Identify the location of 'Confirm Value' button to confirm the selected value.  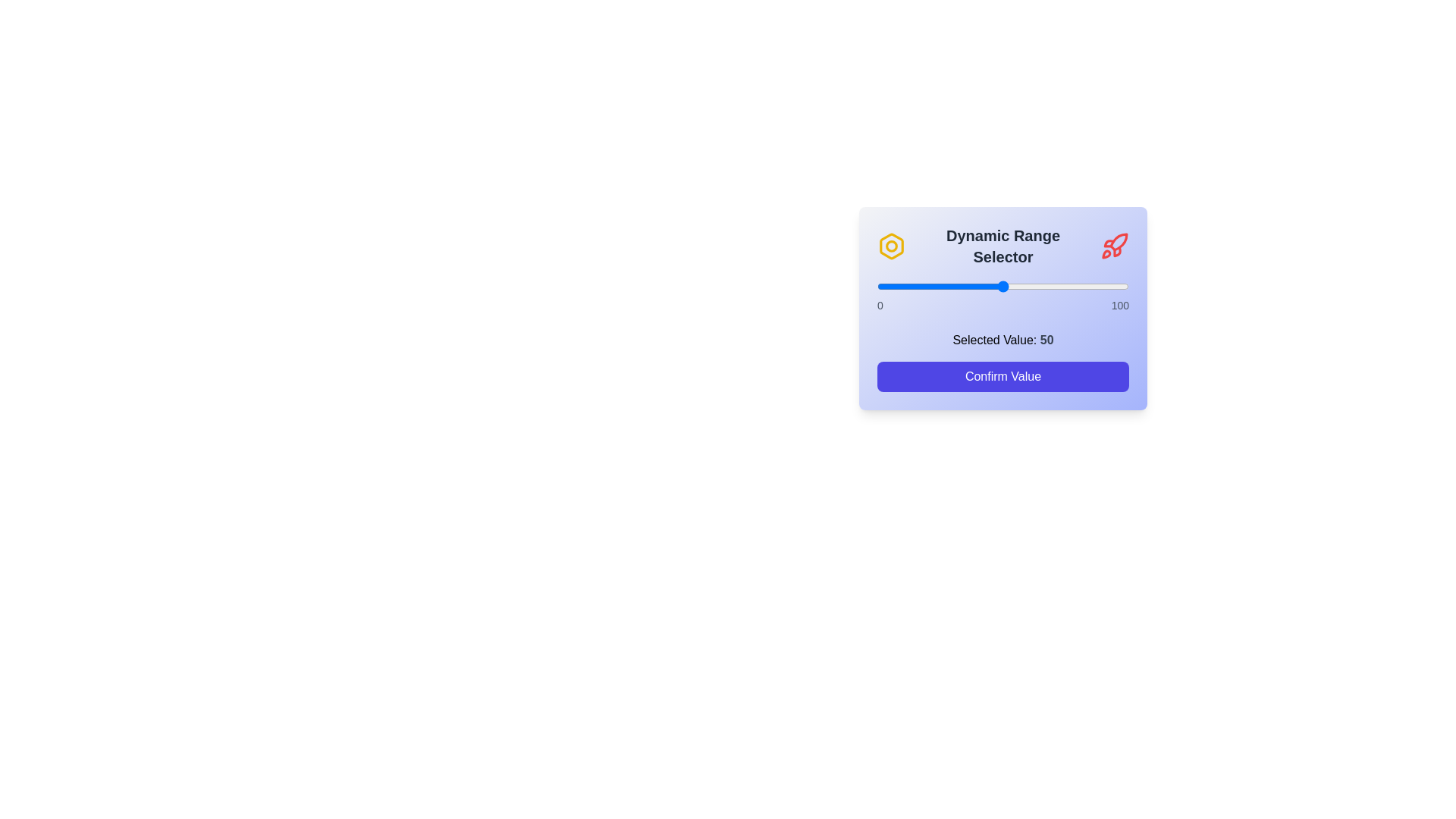
(1003, 376).